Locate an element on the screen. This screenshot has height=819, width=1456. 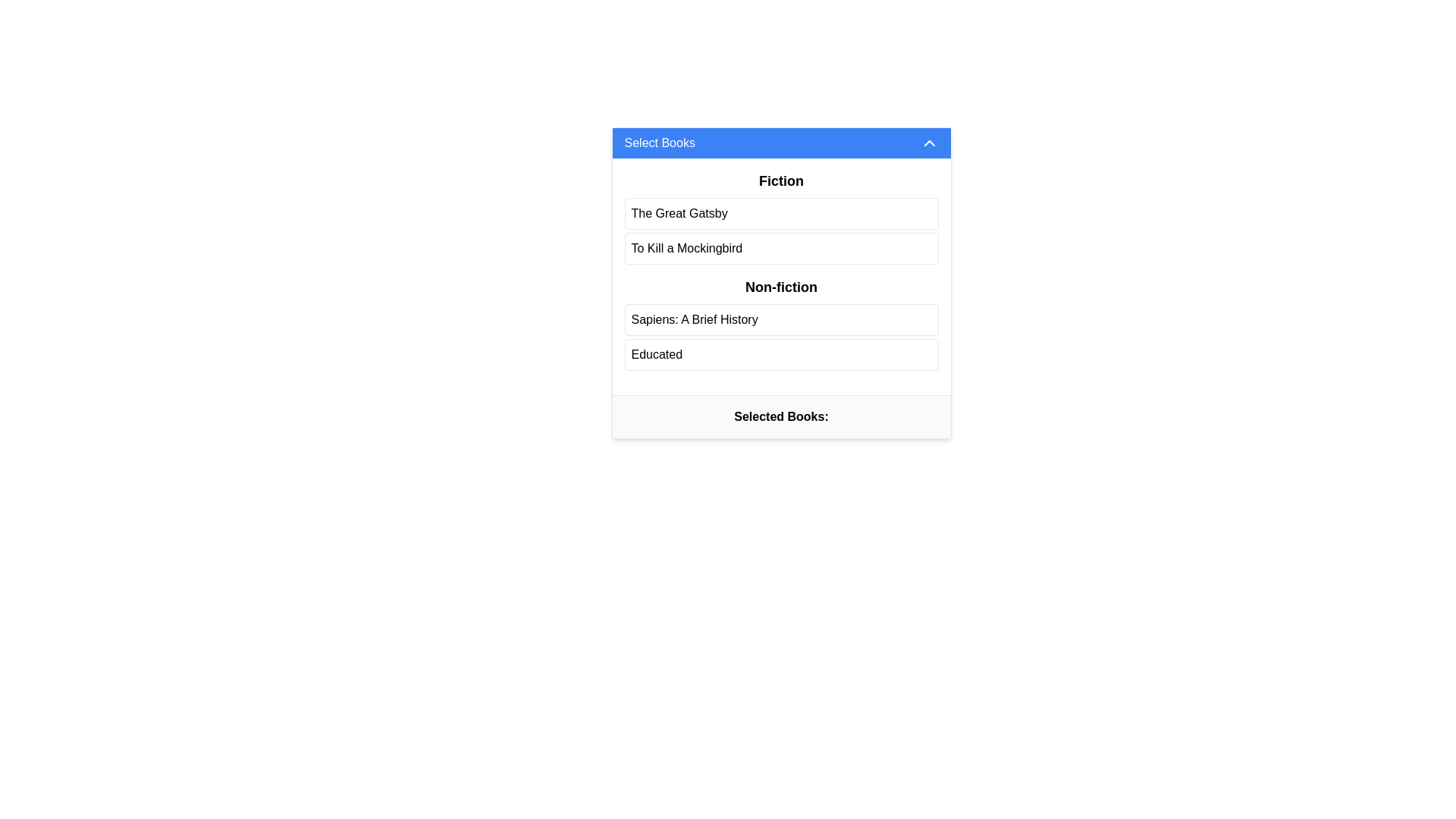
a book title entry is located at coordinates (781, 231).